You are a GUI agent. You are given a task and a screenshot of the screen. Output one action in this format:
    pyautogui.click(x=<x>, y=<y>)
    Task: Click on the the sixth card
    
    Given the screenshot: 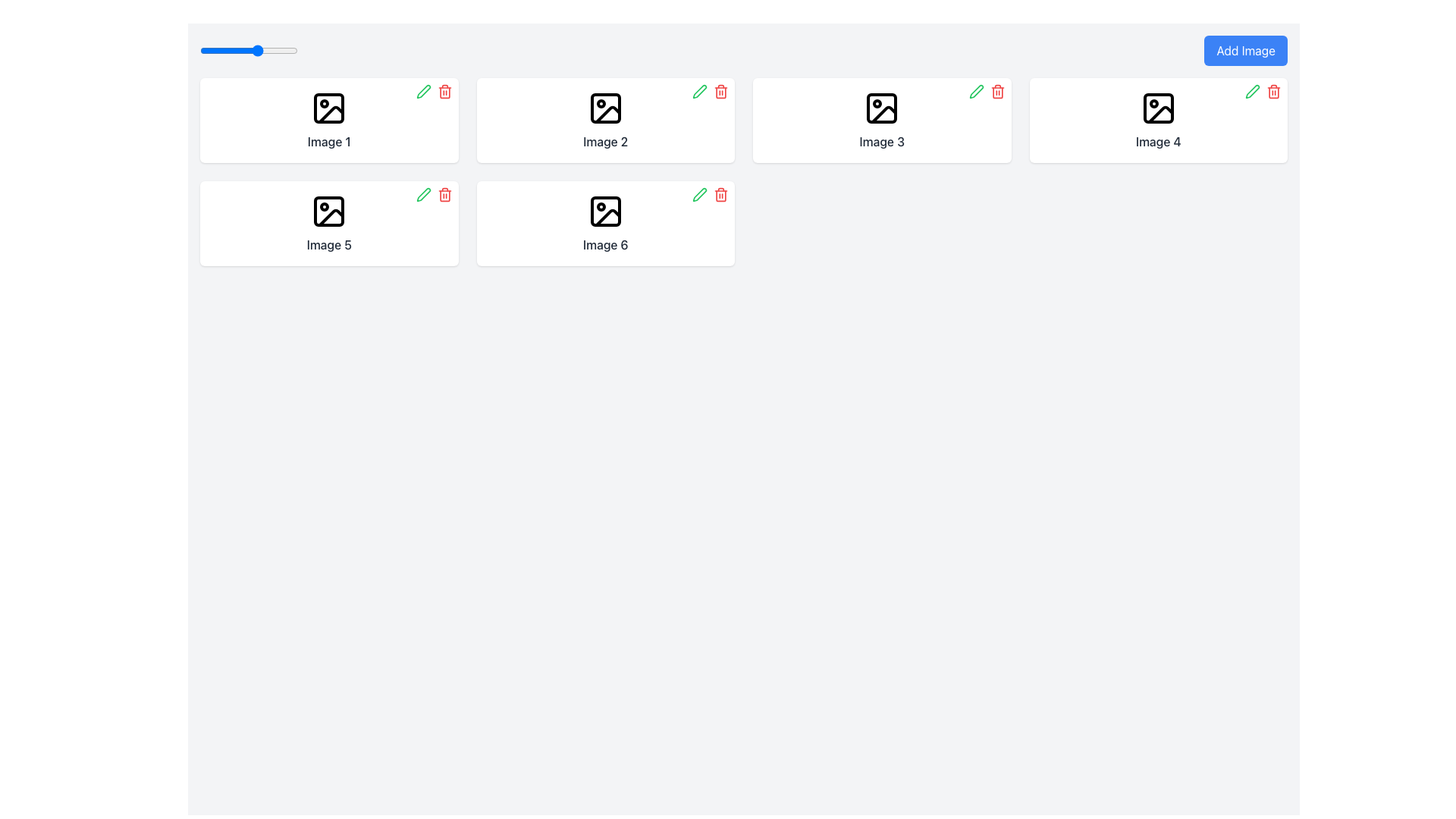 What is the action you would take?
    pyautogui.click(x=604, y=223)
    